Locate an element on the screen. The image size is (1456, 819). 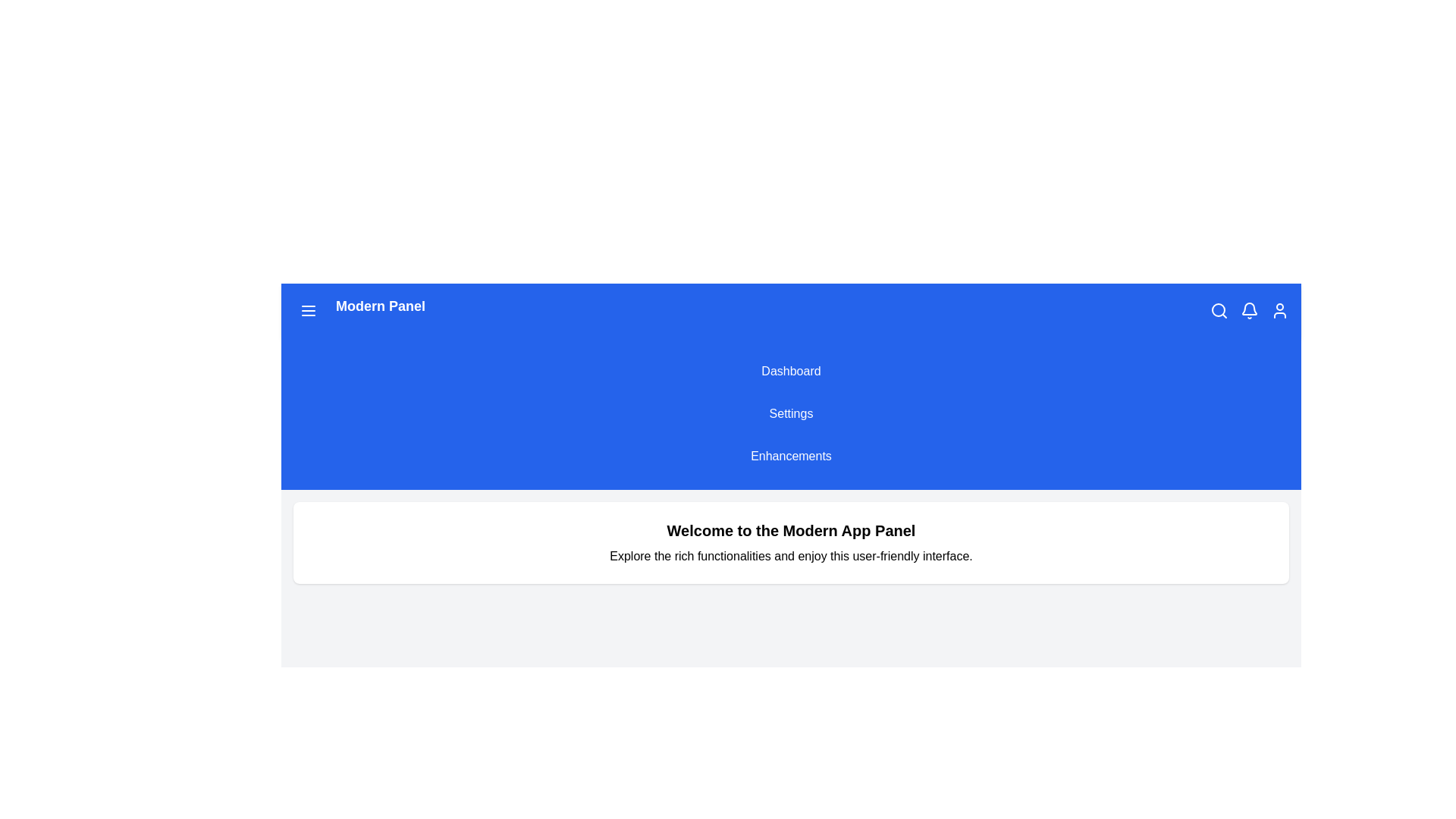
the 'Dashboard' menu item to navigate to the Dashboard section is located at coordinates (789, 371).